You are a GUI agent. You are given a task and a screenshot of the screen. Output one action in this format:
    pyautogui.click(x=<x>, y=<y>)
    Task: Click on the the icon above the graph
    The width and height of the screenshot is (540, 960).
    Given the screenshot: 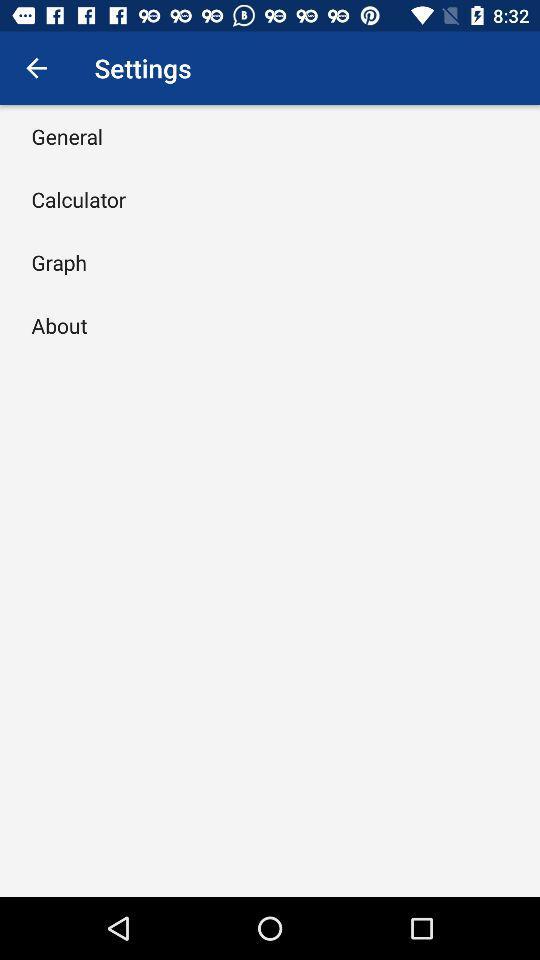 What is the action you would take?
    pyautogui.click(x=77, y=199)
    